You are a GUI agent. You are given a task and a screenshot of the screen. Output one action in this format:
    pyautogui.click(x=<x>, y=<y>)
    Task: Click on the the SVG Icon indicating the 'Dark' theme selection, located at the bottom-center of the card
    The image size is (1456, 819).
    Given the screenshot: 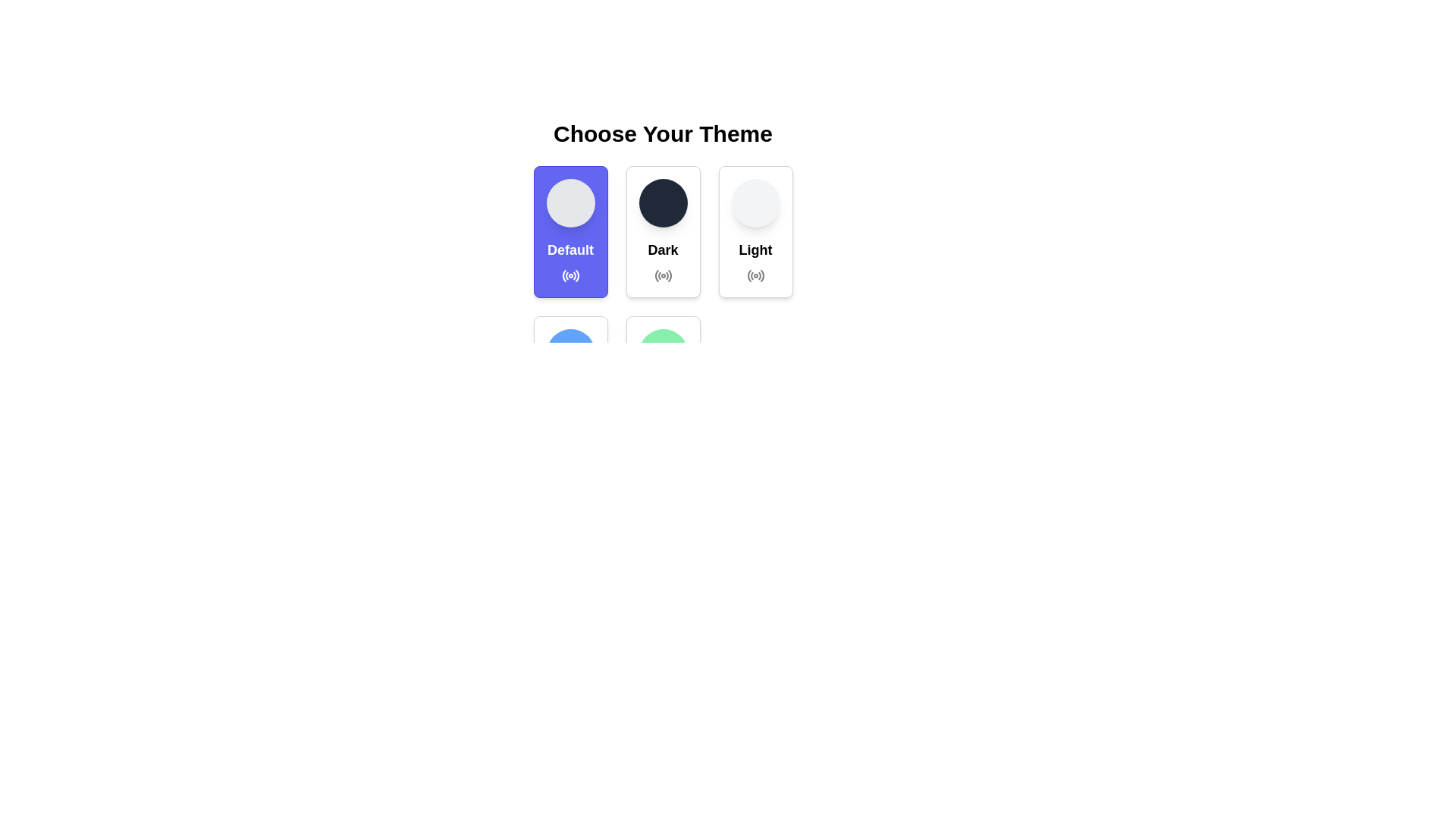 What is the action you would take?
    pyautogui.click(x=663, y=275)
    